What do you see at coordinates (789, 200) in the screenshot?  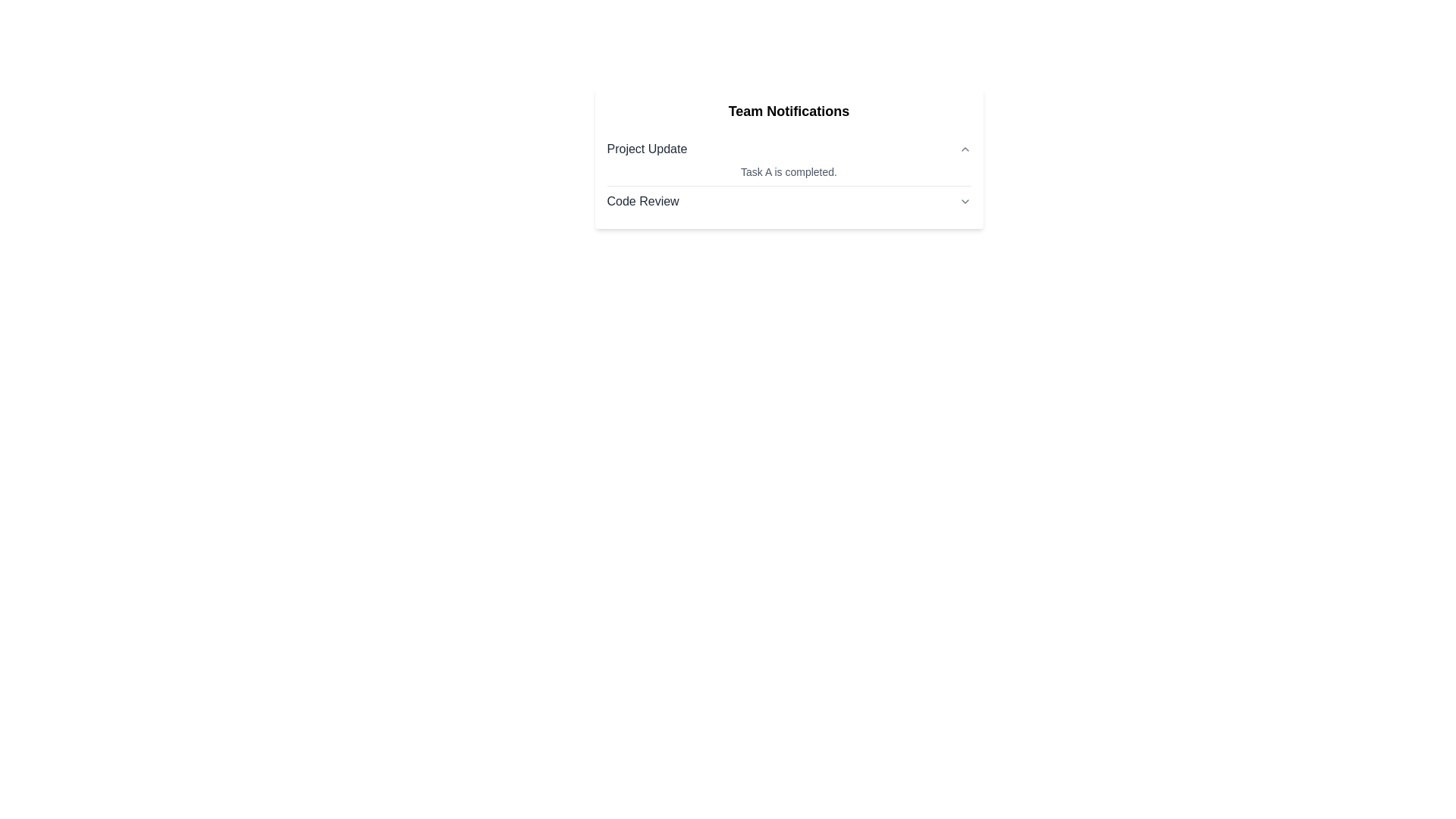 I see `the dropdown arrow of the 'Code Review' menu located in the lower half of the notification panel` at bounding box center [789, 200].